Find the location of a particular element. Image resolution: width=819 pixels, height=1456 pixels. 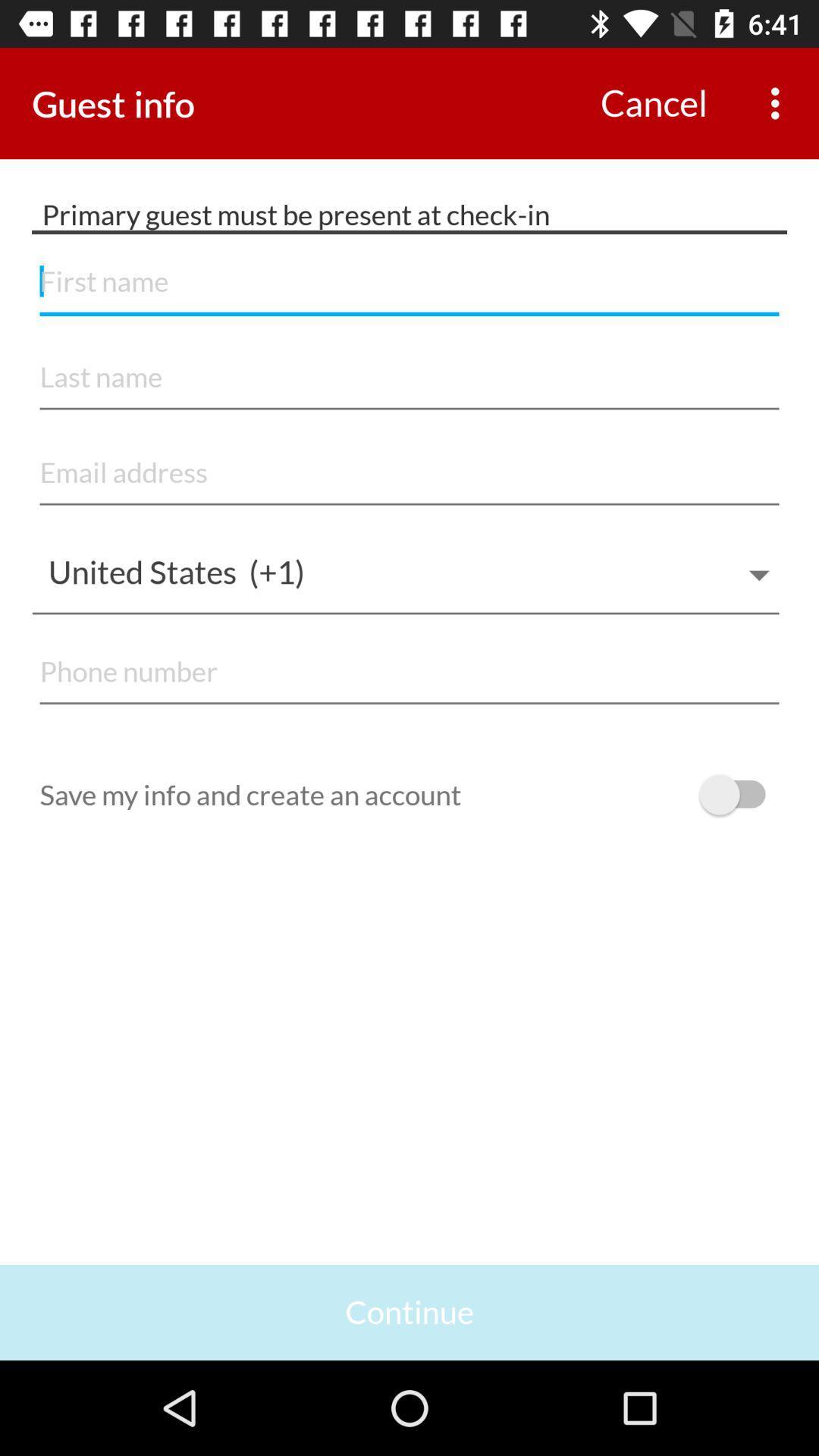

email adress is located at coordinates (409, 472).